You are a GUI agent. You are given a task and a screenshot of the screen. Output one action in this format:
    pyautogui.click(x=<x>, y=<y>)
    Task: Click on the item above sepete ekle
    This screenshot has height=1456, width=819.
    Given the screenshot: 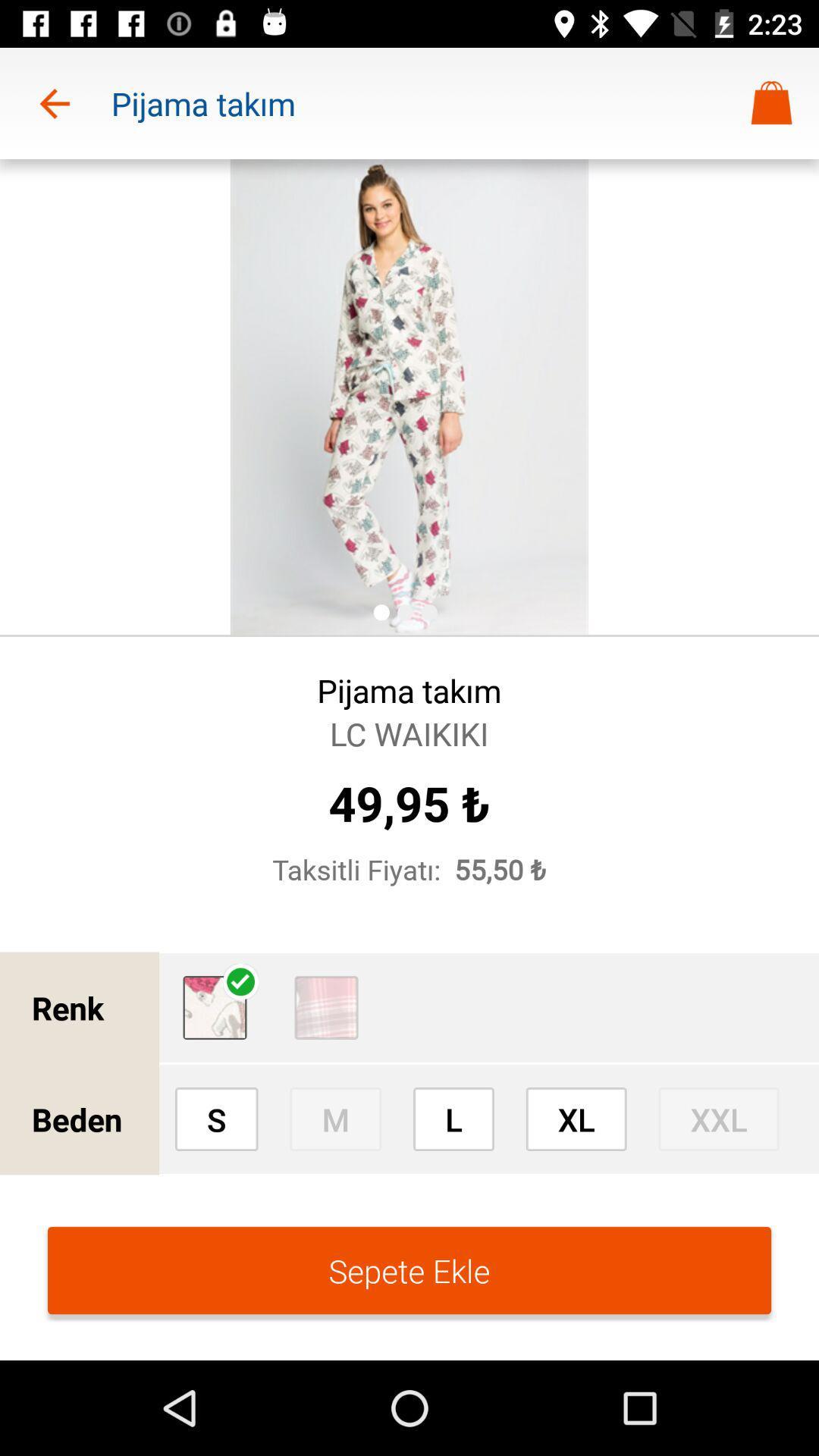 What is the action you would take?
    pyautogui.click(x=576, y=1119)
    